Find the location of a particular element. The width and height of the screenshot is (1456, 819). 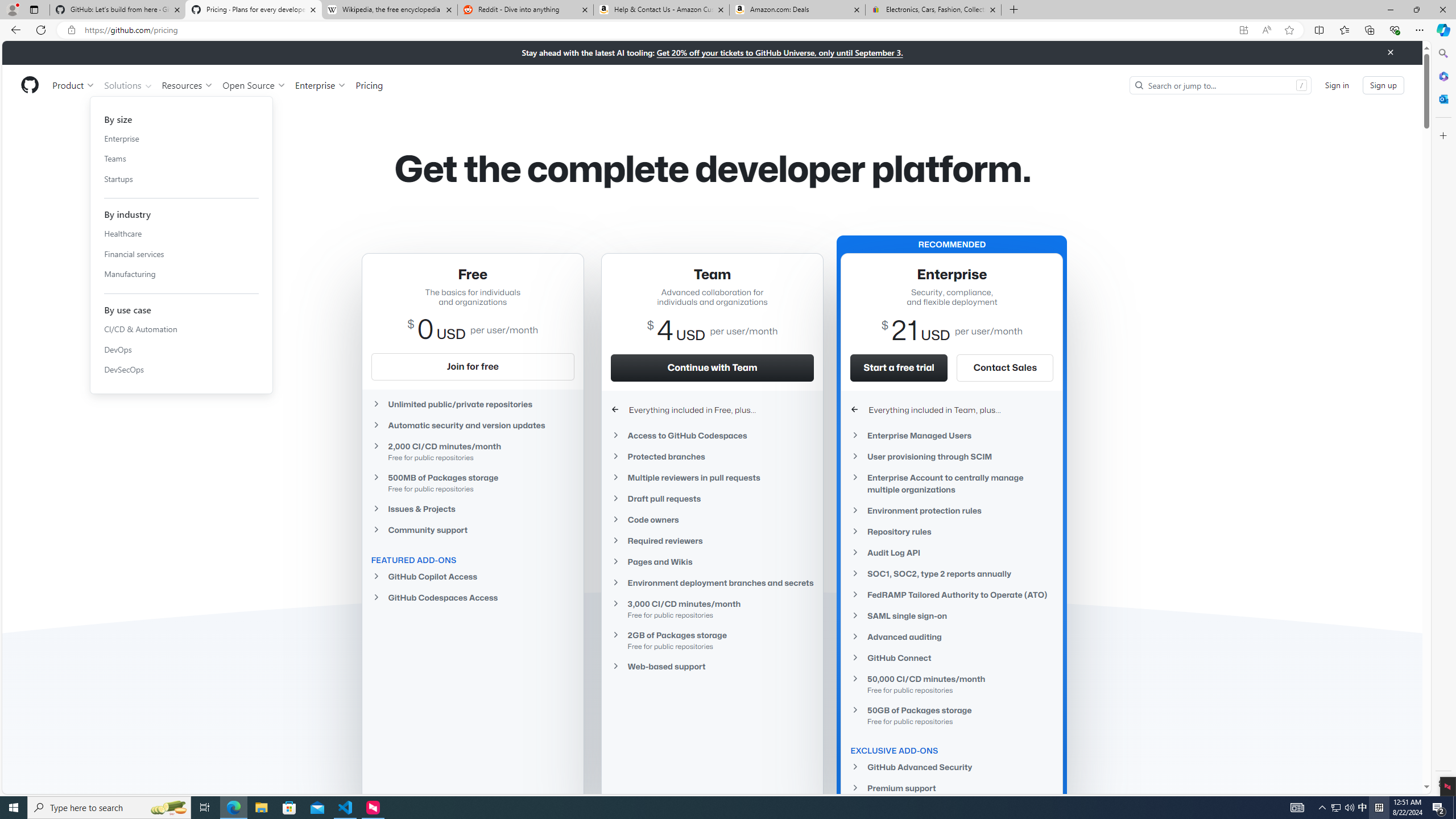

'Required reviewers' is located at coordinates (712, 540).